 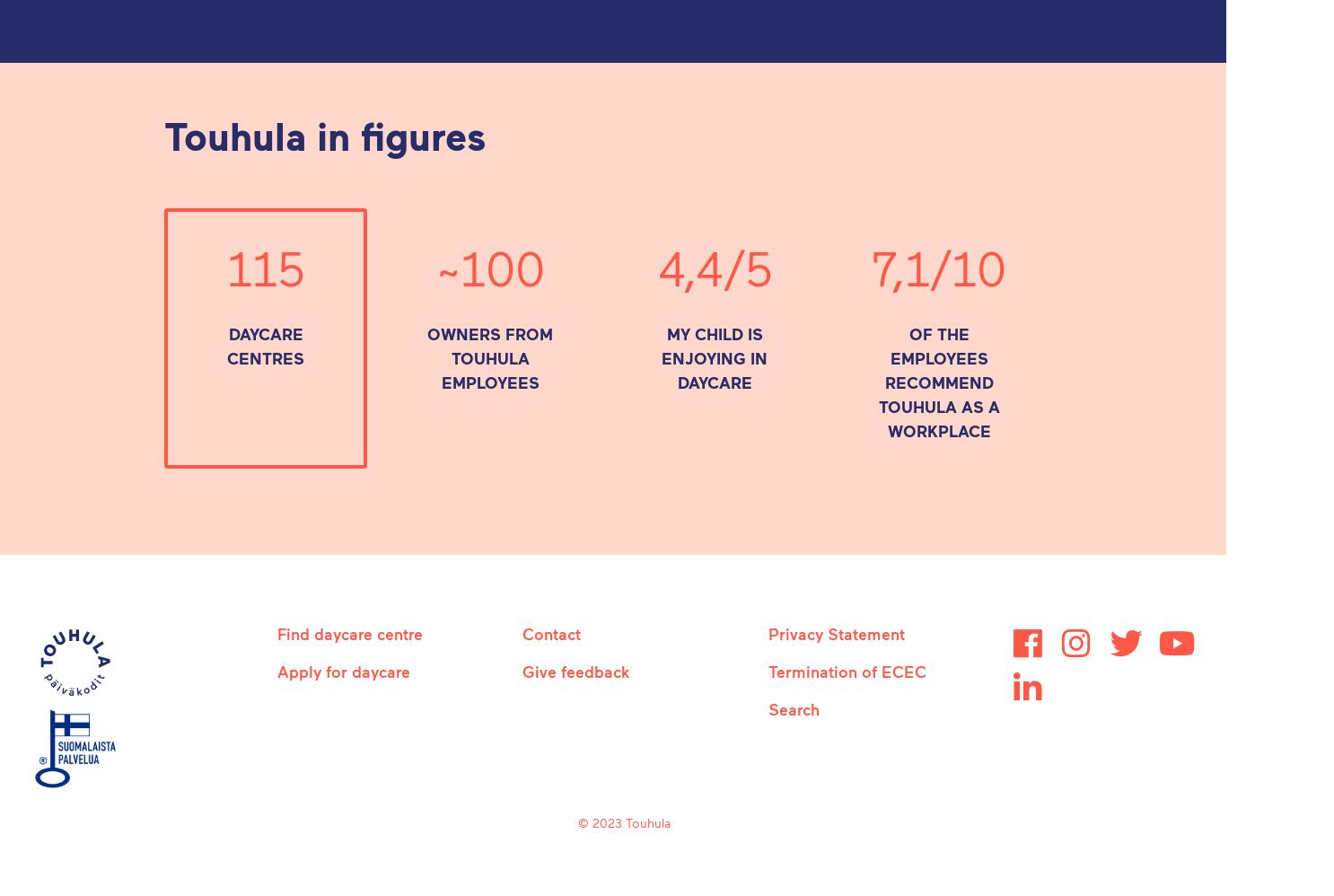 What do you see at coordinates (265, 265) in the screenshot?
I see `'115'` at bounding box center [265, 265].